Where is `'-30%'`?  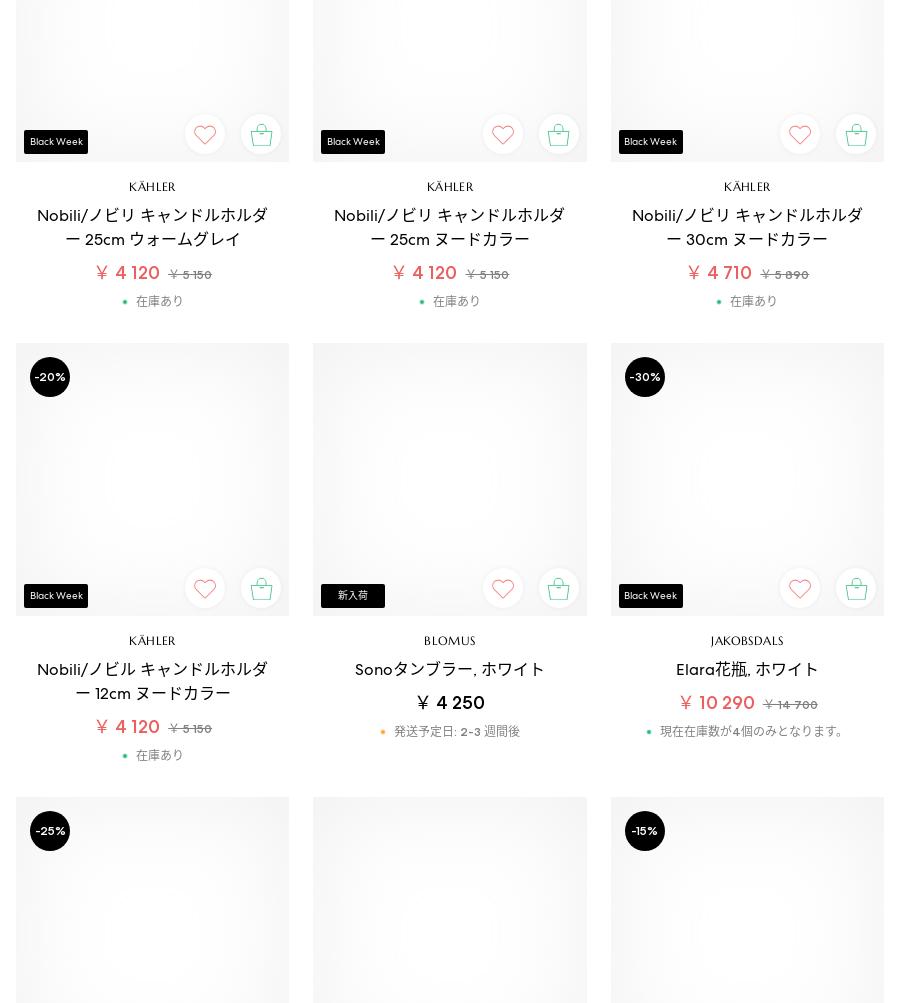
'-30%' is located at coordinates (628, 374).